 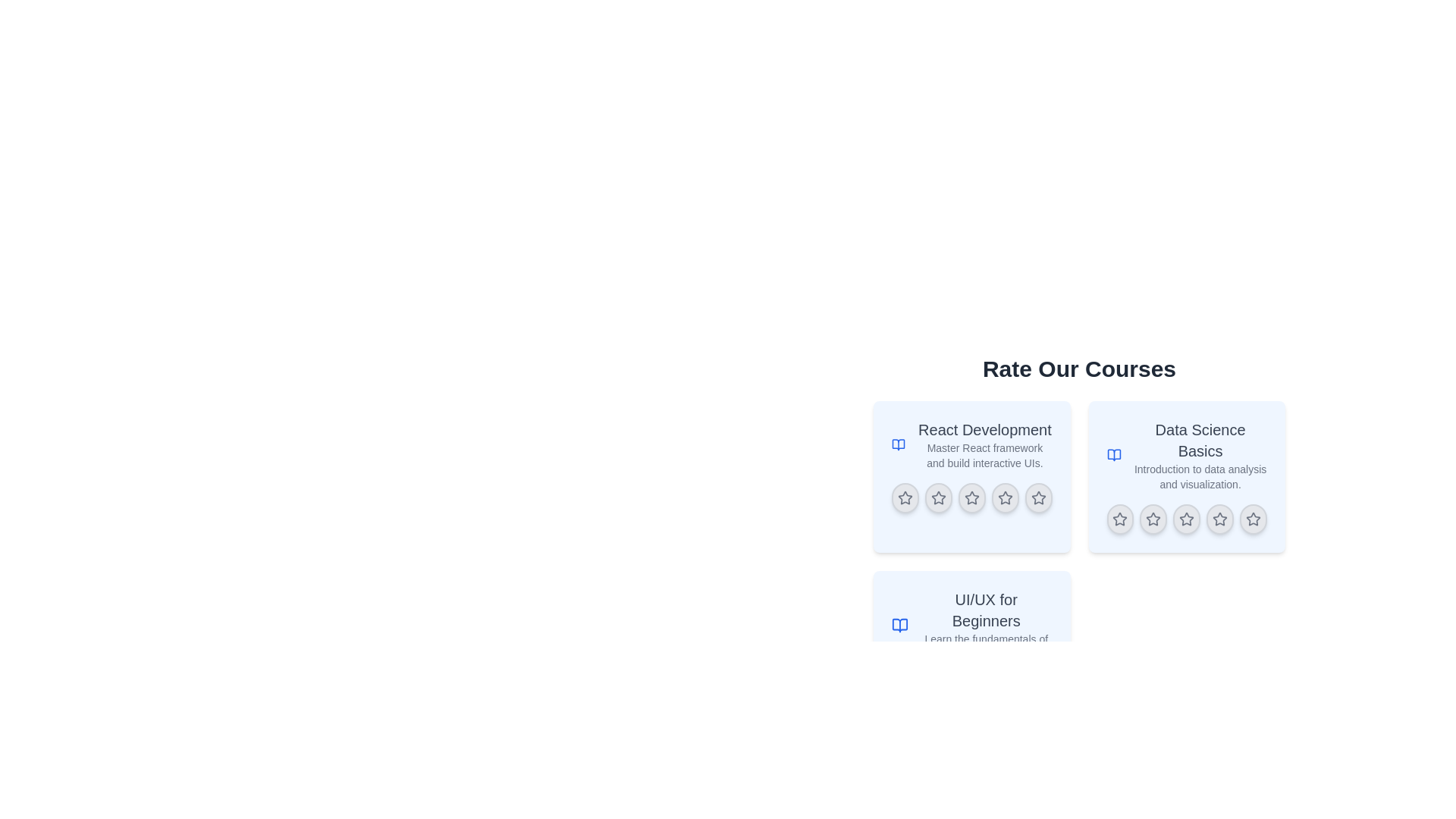 I want to click on the star button located in the center of the horizontal row of stars beneath the 'React Development' section to rate the course, so click(x=971, y=497).